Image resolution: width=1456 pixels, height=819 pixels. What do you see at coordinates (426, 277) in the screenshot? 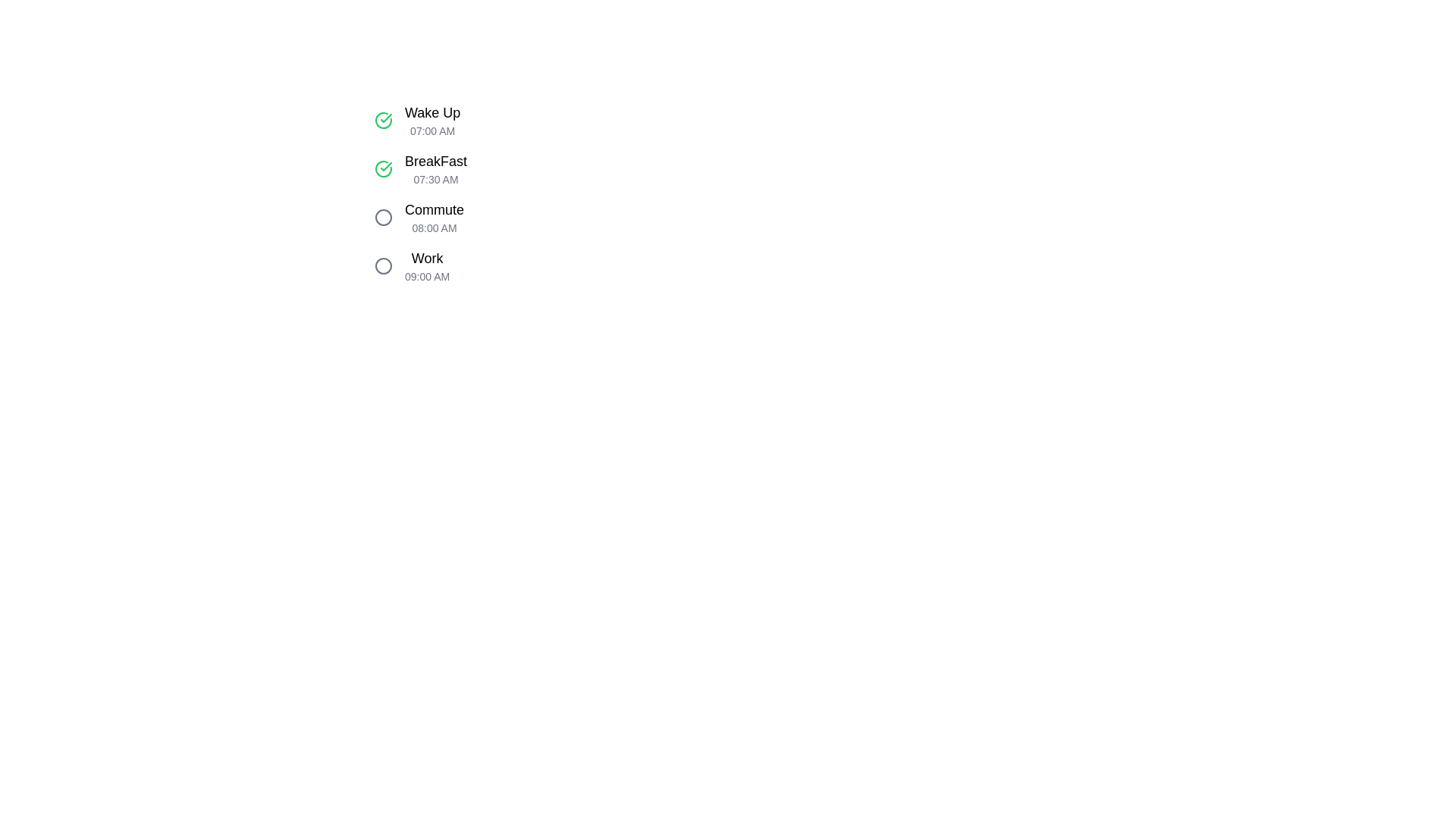
I see `the fourth time label in the timetable that represents the scheduled hour for the 'Work' activity, located beneath the 'Work' title` at bounding box center [426, 277].